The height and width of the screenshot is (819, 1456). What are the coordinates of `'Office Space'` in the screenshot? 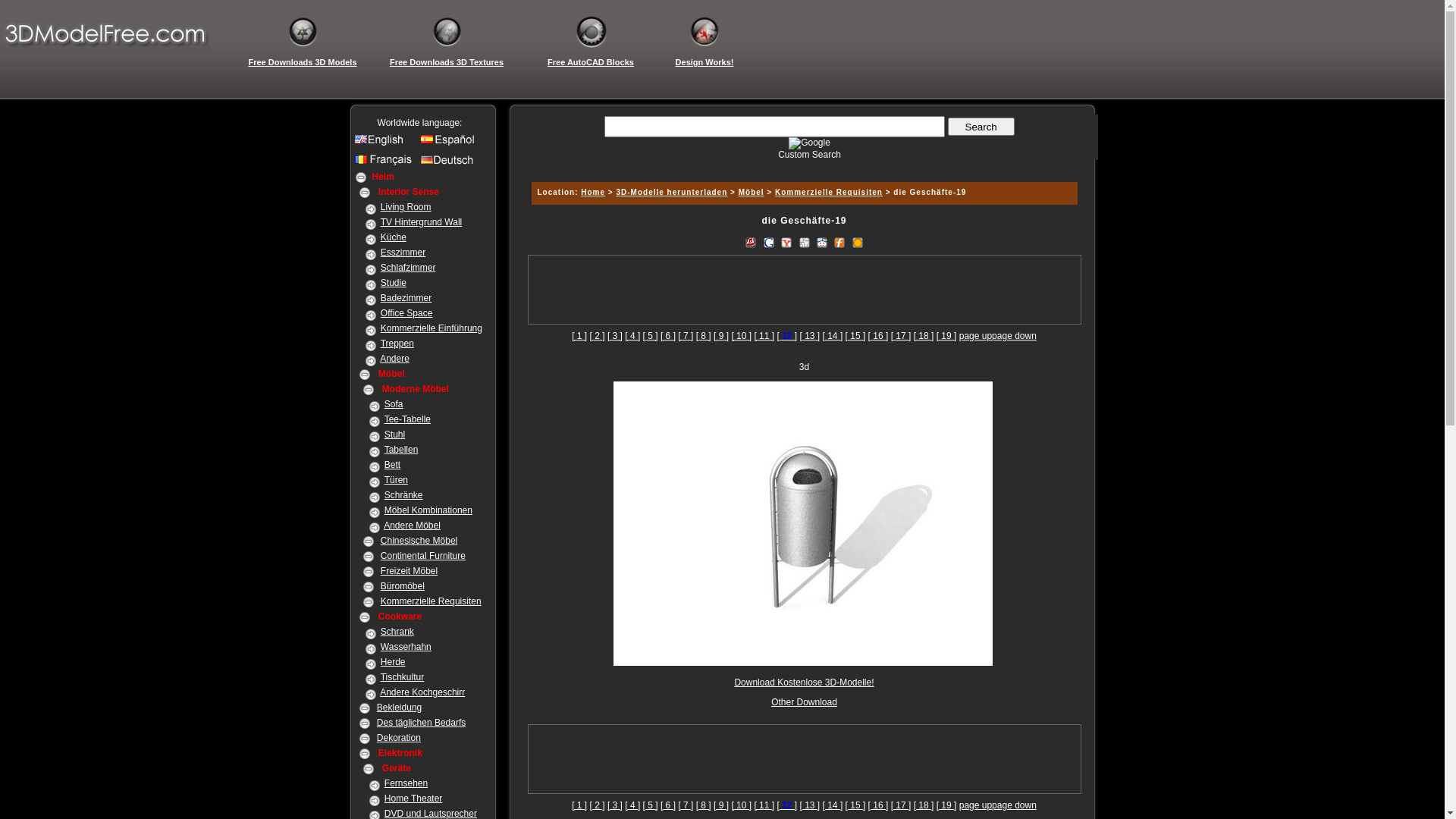 It's located at (406, 312).